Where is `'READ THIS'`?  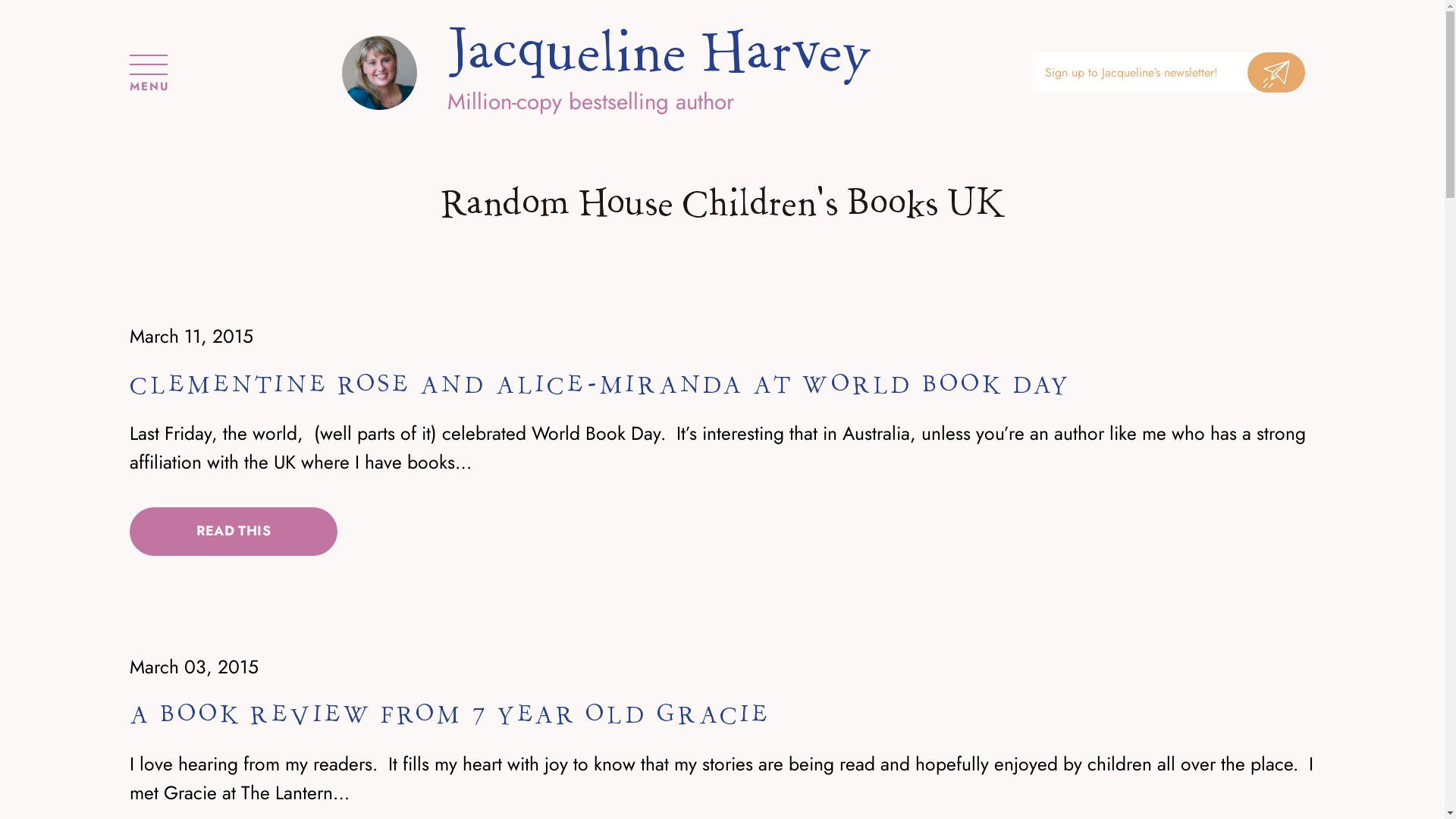
'READ THIS' is located at coordinates (130, 531).